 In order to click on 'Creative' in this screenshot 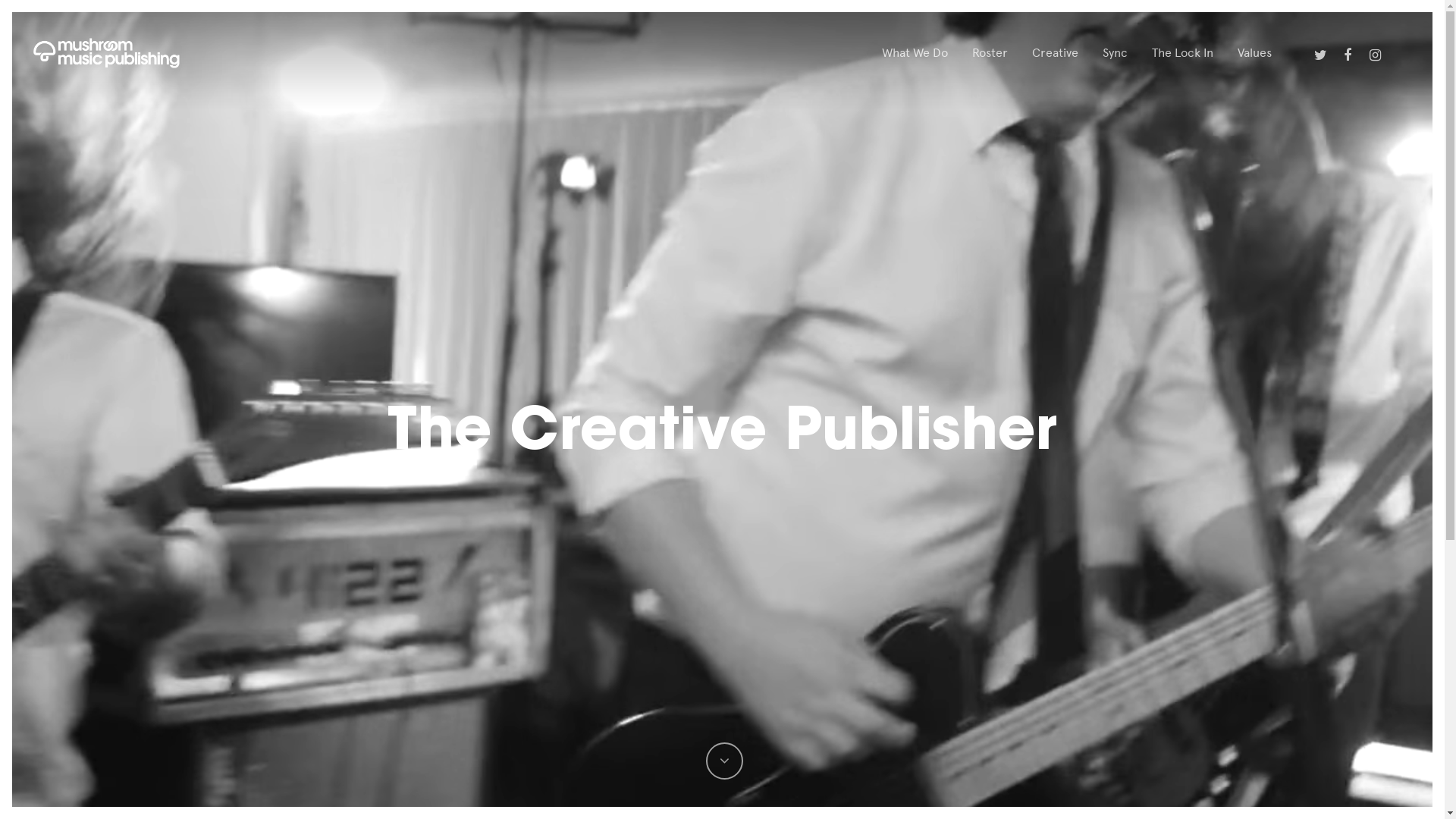, I will do `click(1054, 52)`.